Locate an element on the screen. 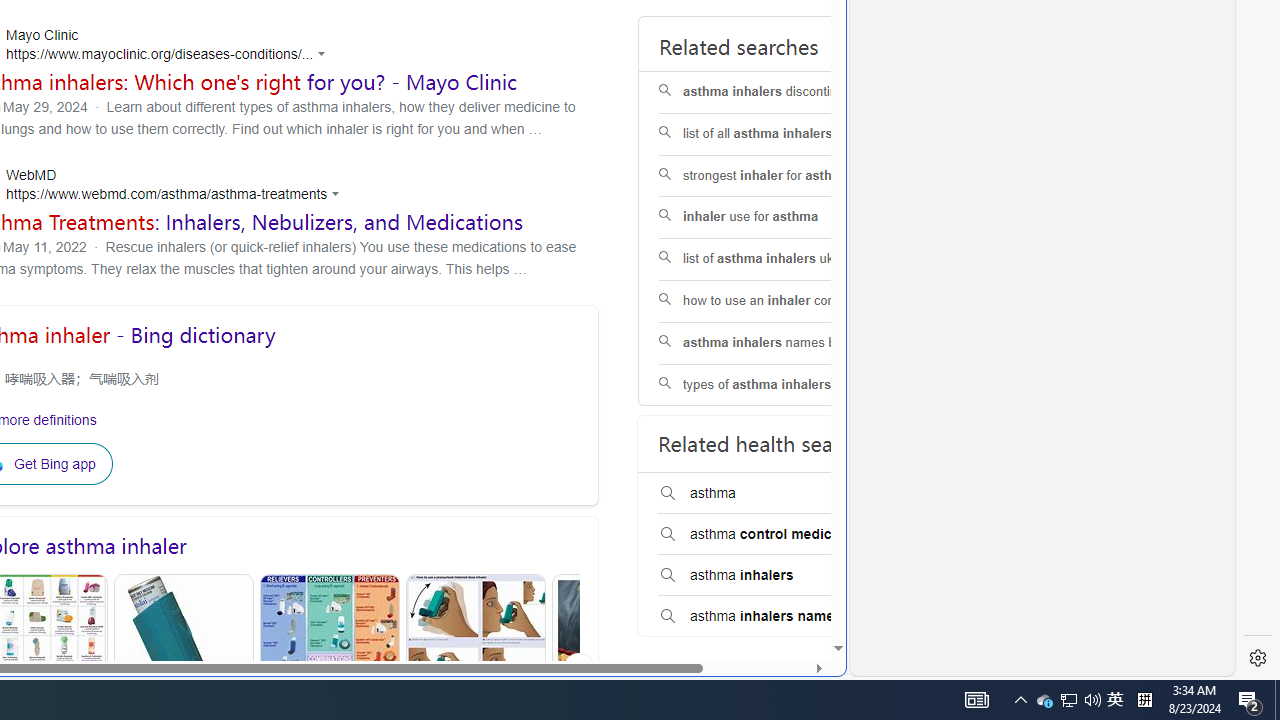 The width and height of the screenshot is (1280, 720). 'inhaler use for asthma' is located at coordinates (784, 218).